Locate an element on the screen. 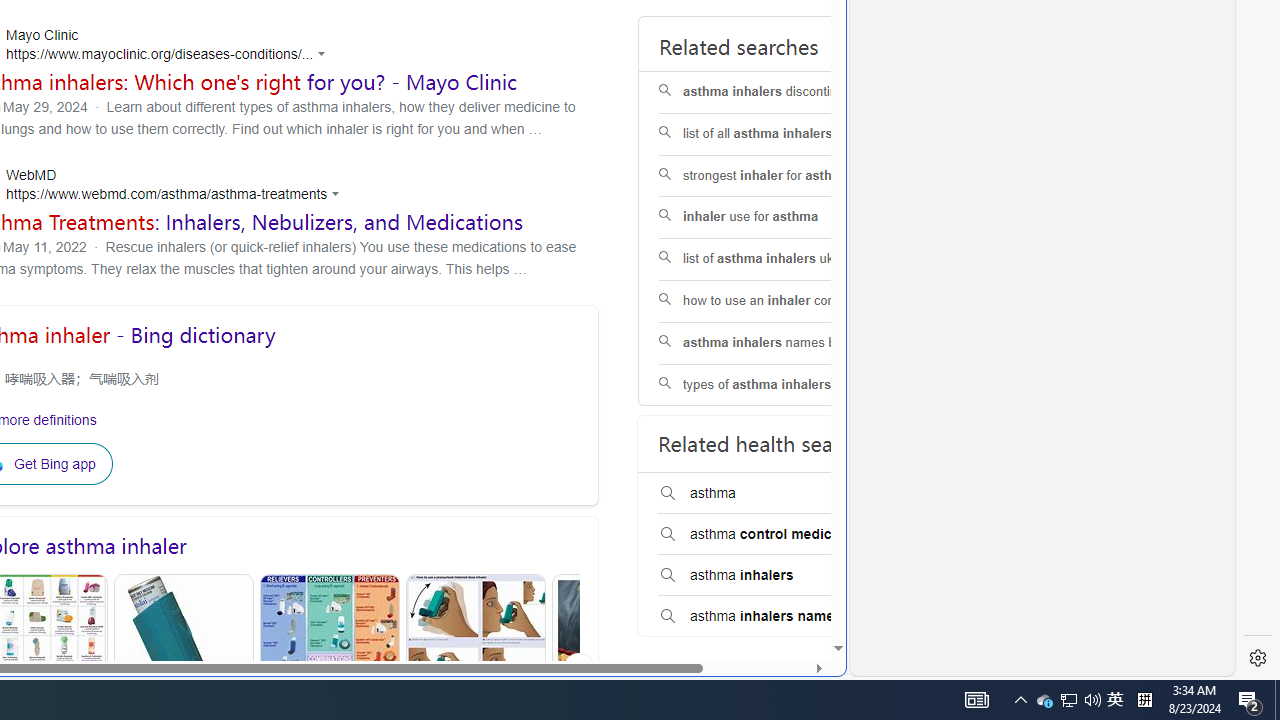 The width and height of the screenshot is (1280, 720). 'inhaler use for asthma' is located at coordinates (784, 218).